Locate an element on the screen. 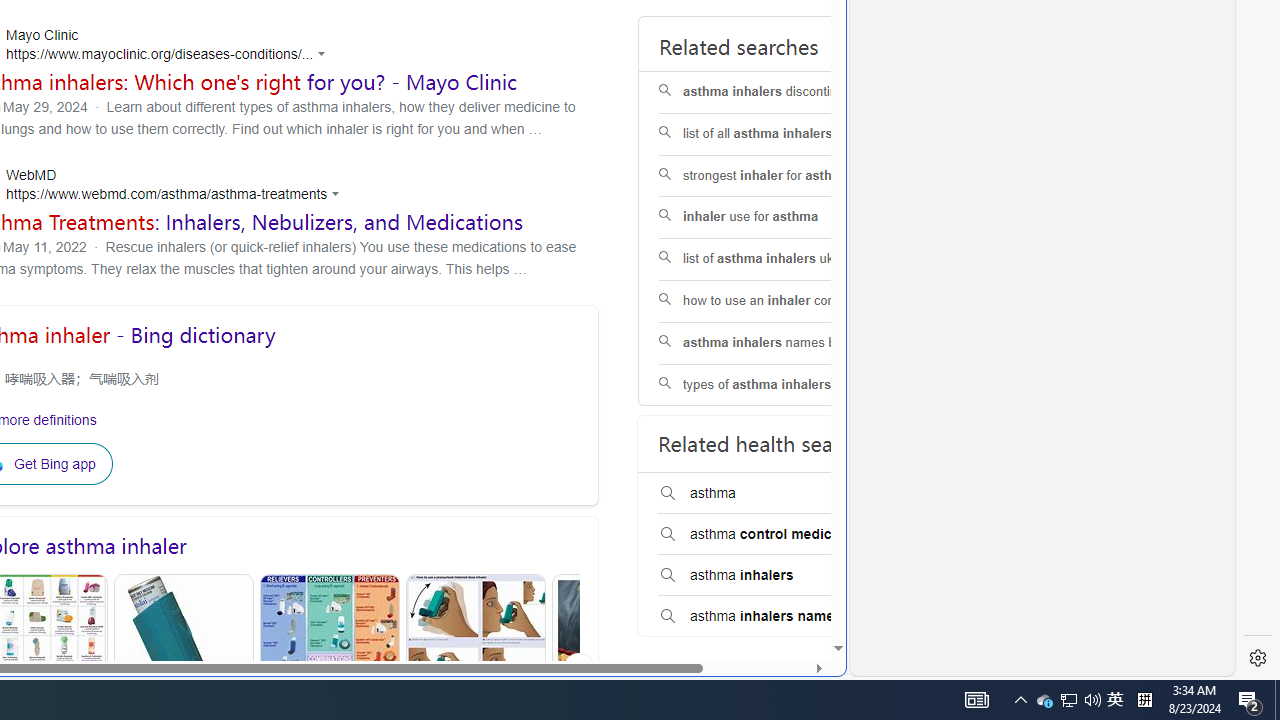 The width and height of the screenshot is (1280, 720). 'inhaler use for asthma' is located at coordinates (784, 218).